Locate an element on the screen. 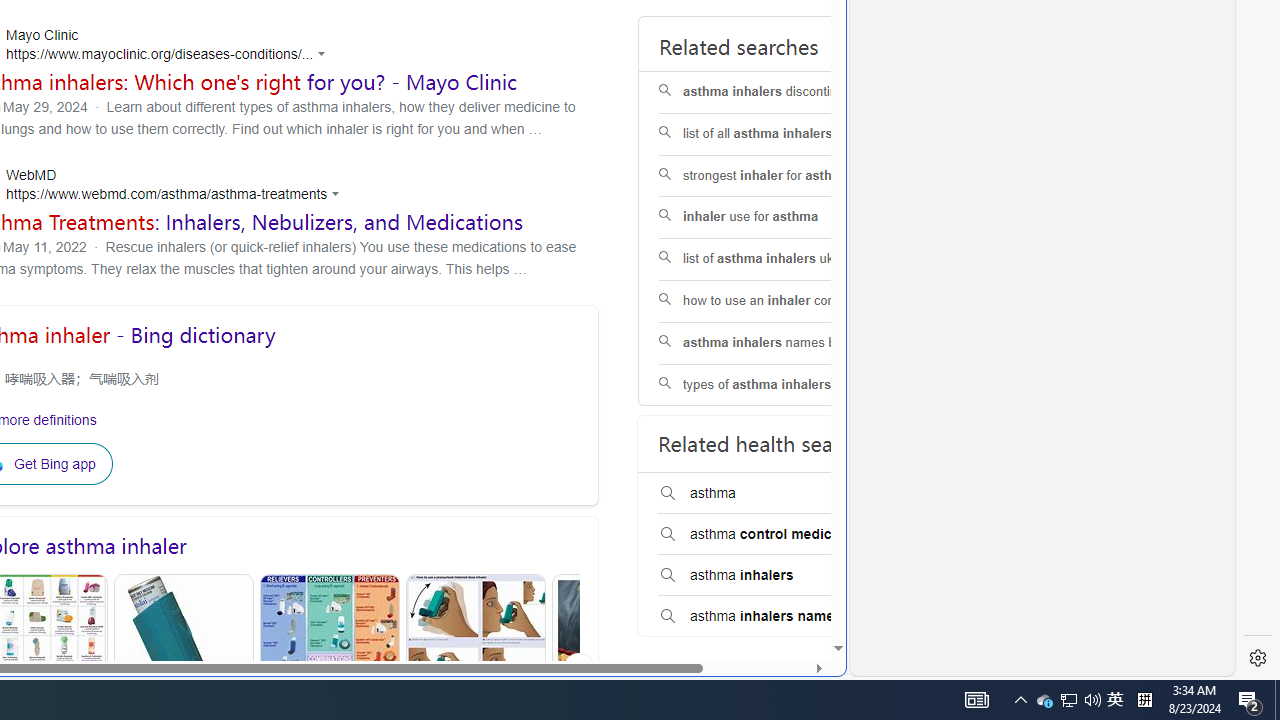 The width and height of the screenshot is (1280, 720). 'inhaler use for asthma' is located at coordinates (784, 218).